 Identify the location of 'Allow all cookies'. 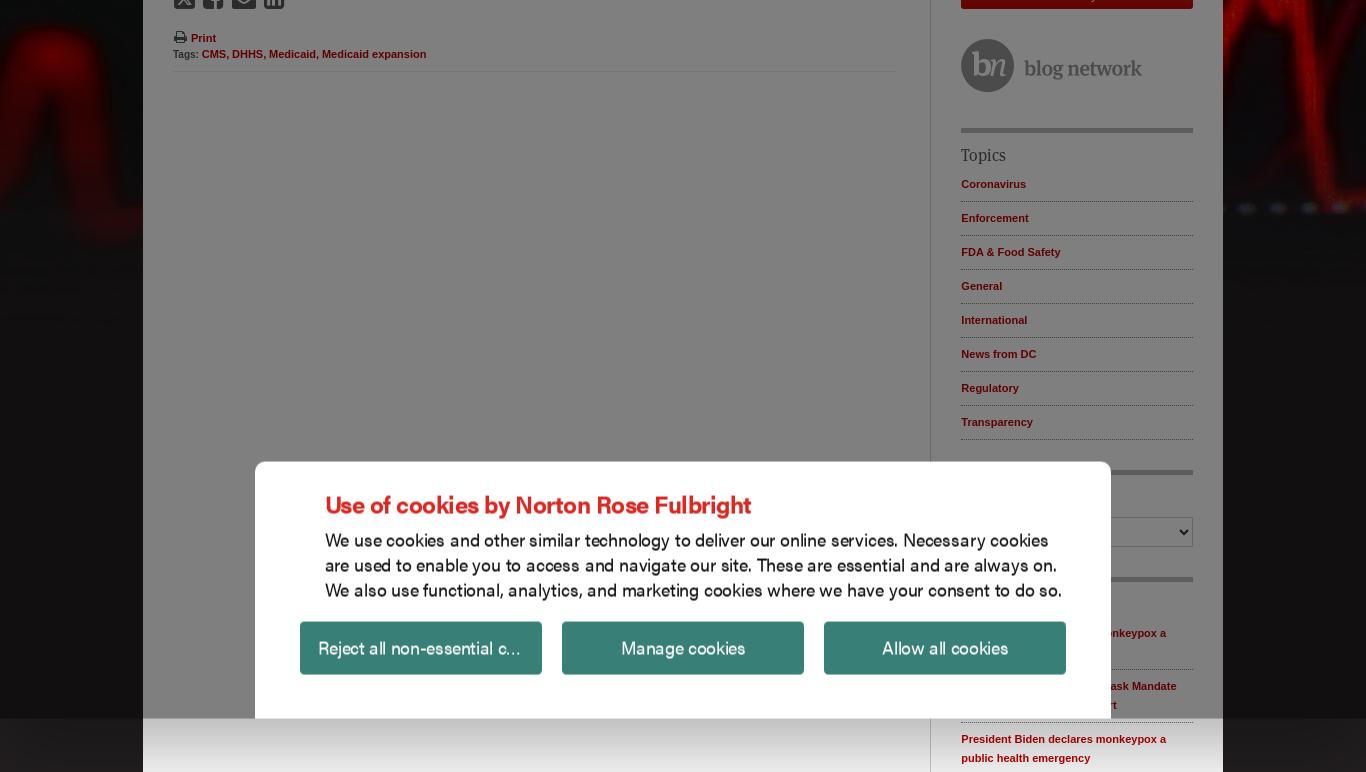
(881, 156).